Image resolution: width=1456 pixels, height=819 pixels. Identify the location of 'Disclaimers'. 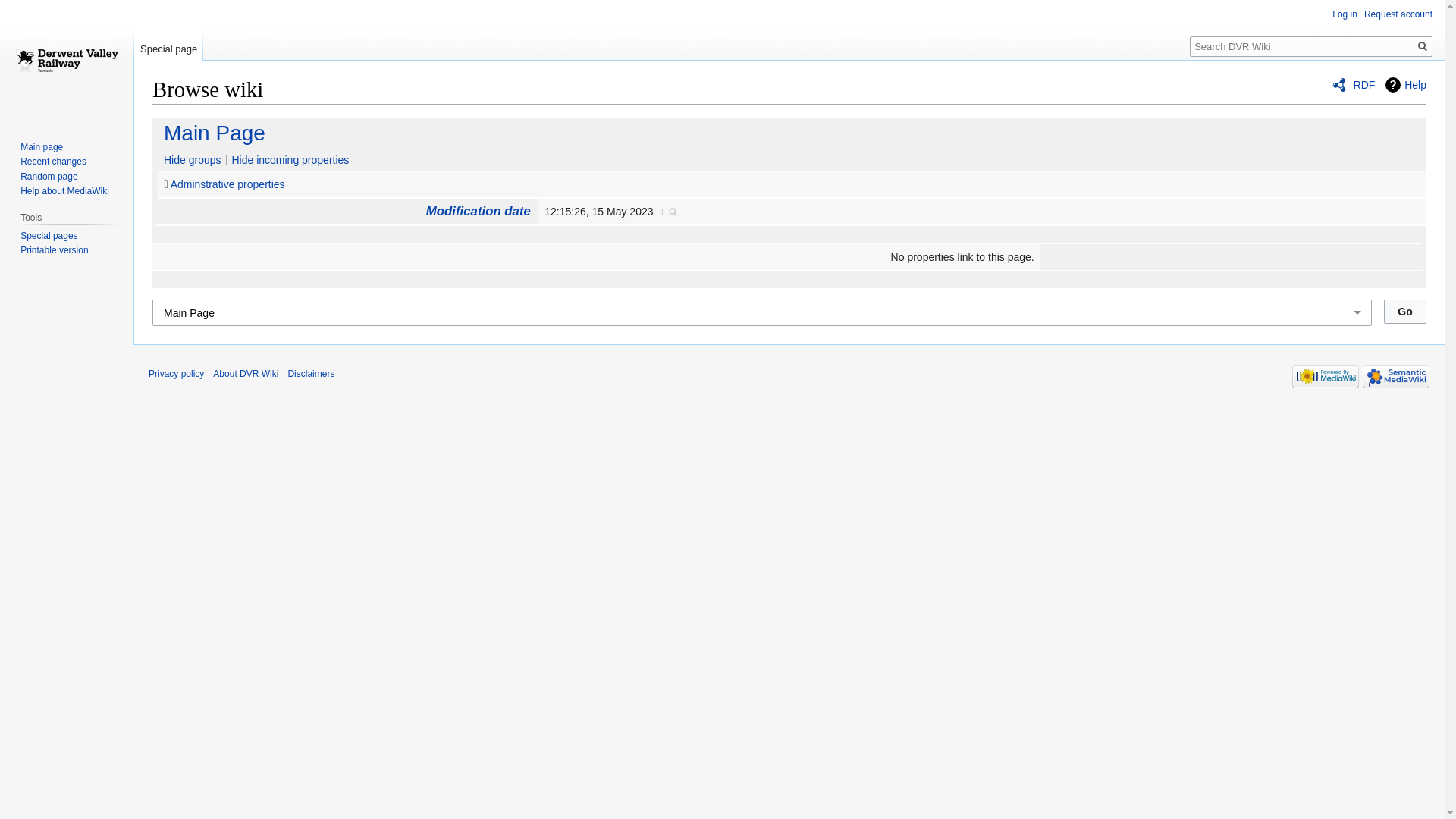
(309, 374).